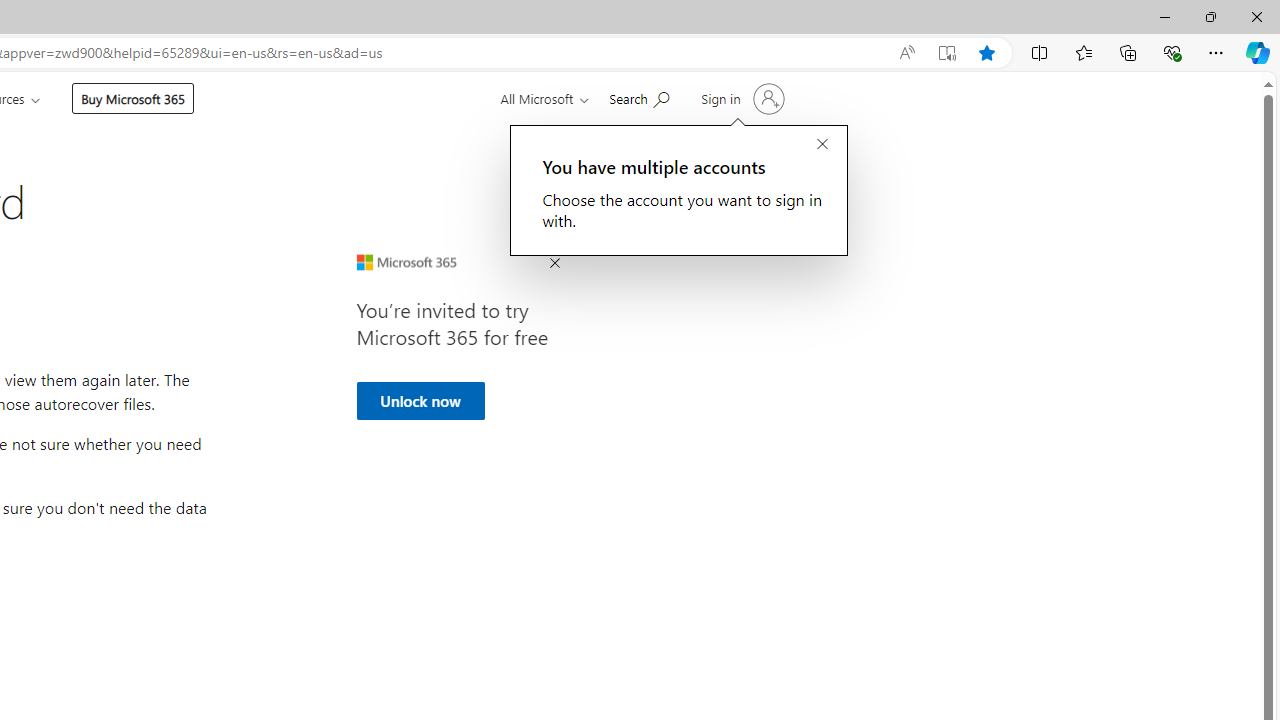  What do you see at coordinates (419, 400) in the screenshot?
I see `'Unlock now'` at bounding box center [419, 400].